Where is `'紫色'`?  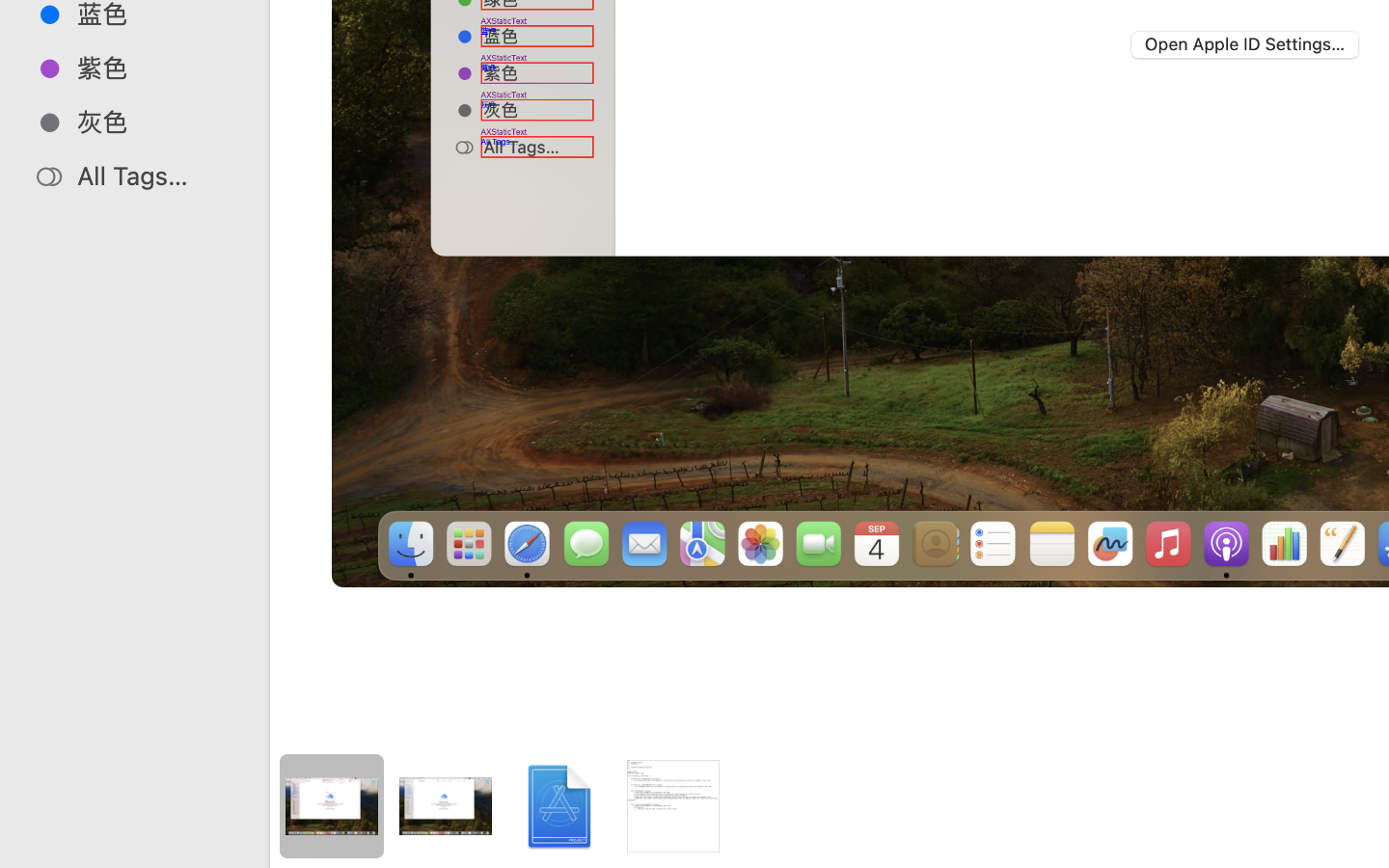 '紫色' is located at coordinates (153, 67).